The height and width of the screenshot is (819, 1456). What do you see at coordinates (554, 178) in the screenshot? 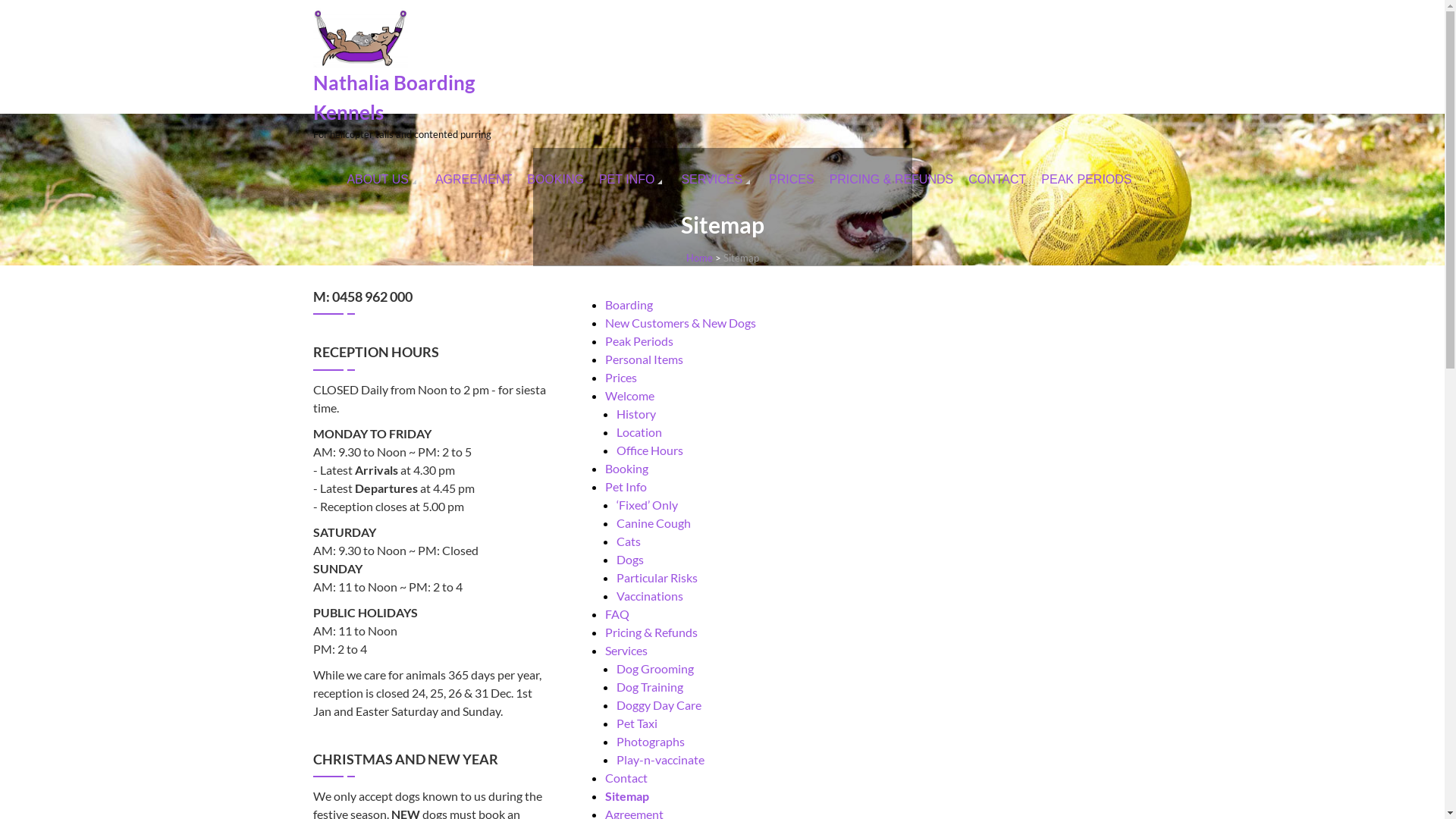
I see `'BOOKING'` at bounding box center [554, 178].